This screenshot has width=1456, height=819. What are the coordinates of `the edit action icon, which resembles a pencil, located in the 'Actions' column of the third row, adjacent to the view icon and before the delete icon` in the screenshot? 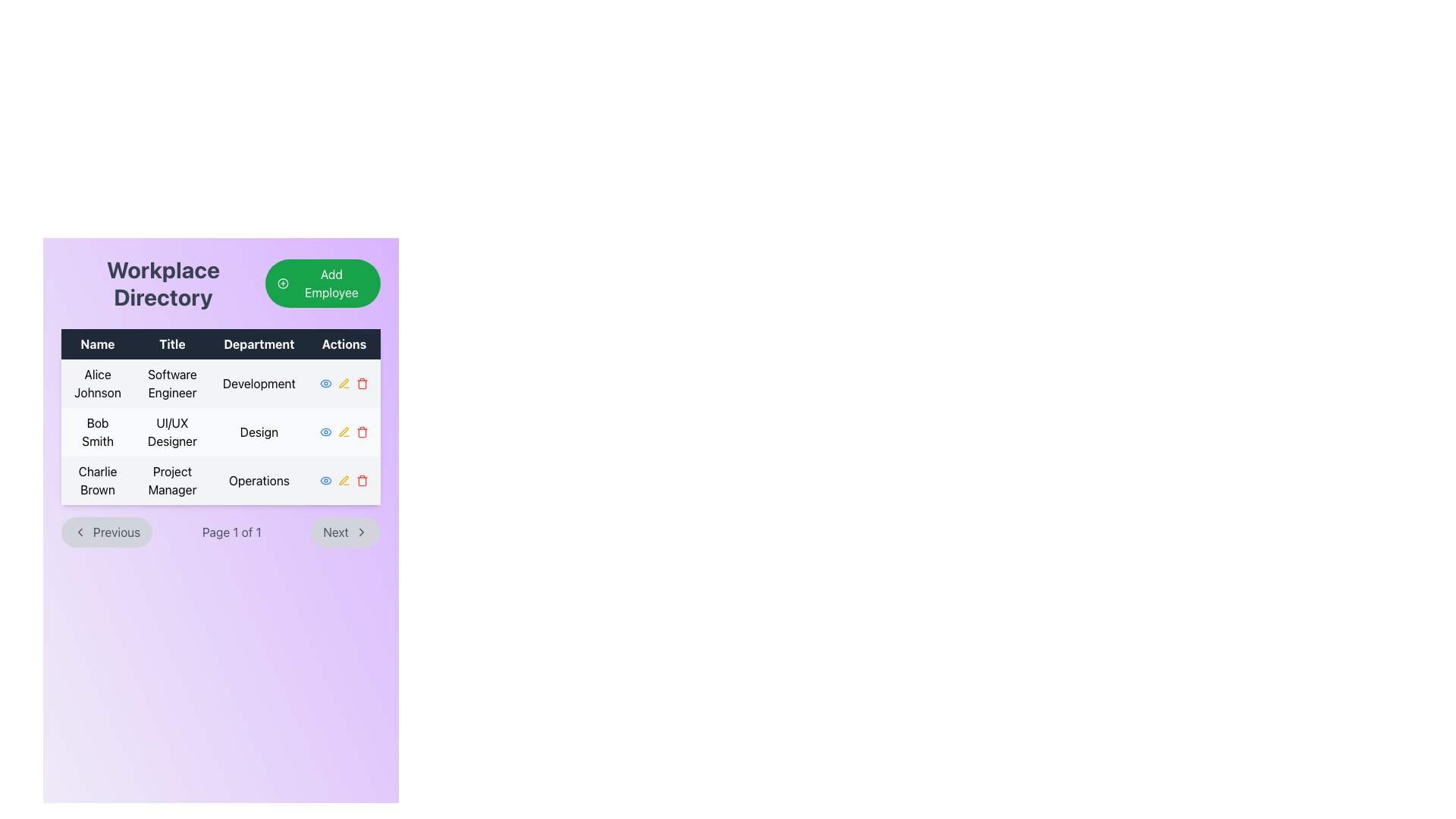 It's located at (343, 382).